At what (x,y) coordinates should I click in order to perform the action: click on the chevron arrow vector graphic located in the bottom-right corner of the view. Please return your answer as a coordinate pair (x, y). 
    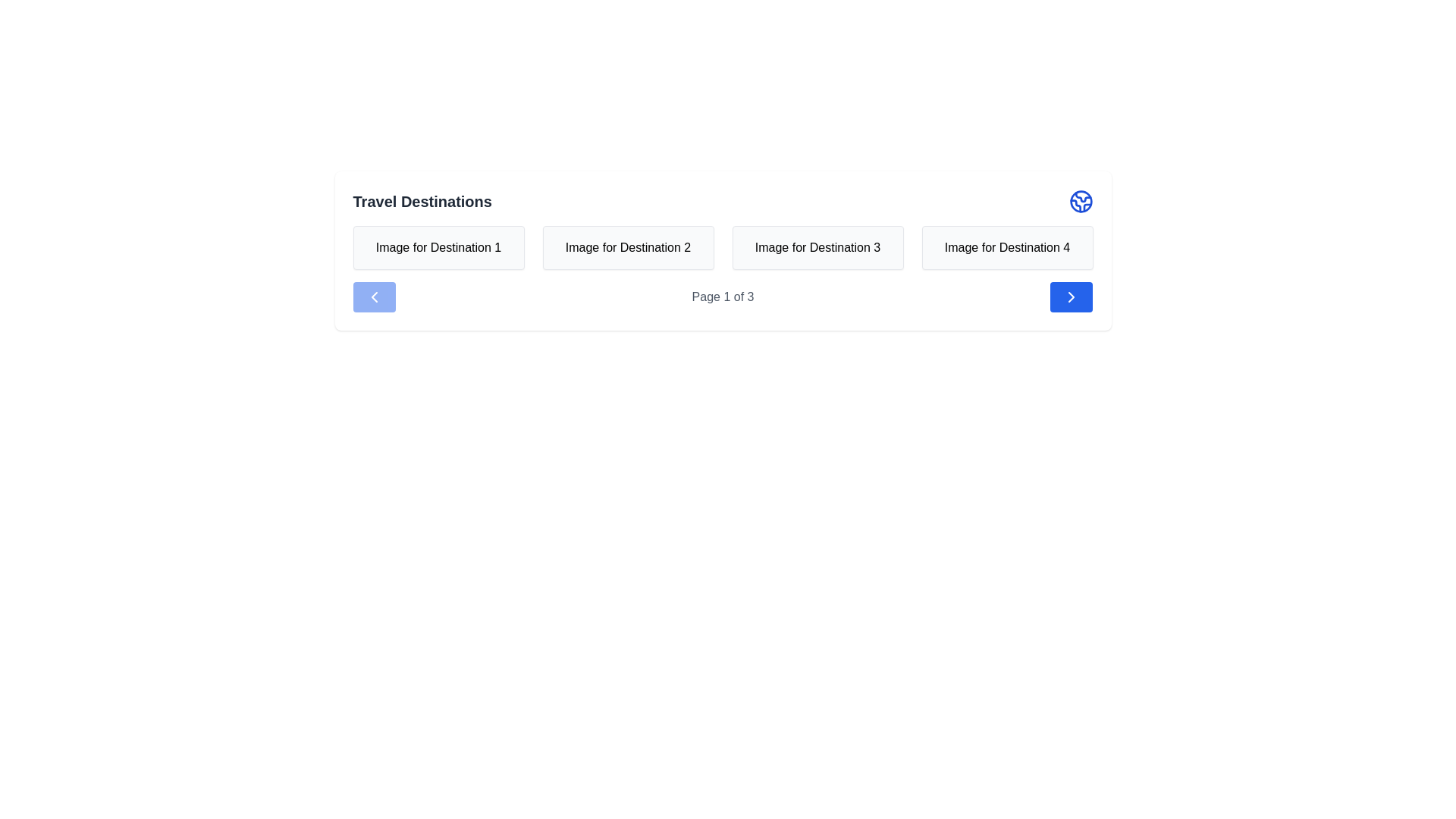
    Looking at the image, I should click on (1071, 297).